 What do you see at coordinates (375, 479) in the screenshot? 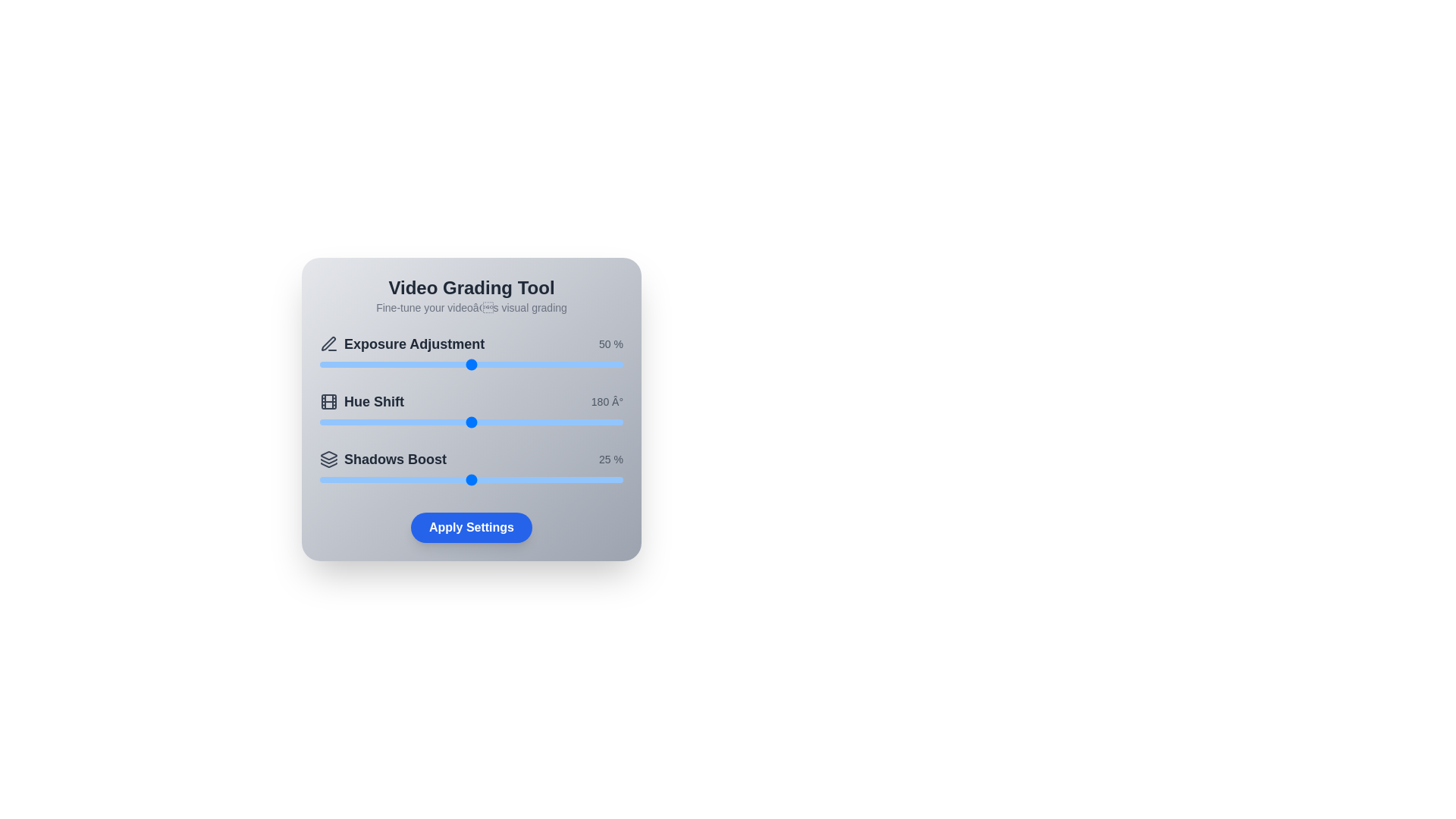
I see `the 'Shadows Boost' slider` at bounding box center [375, 479].